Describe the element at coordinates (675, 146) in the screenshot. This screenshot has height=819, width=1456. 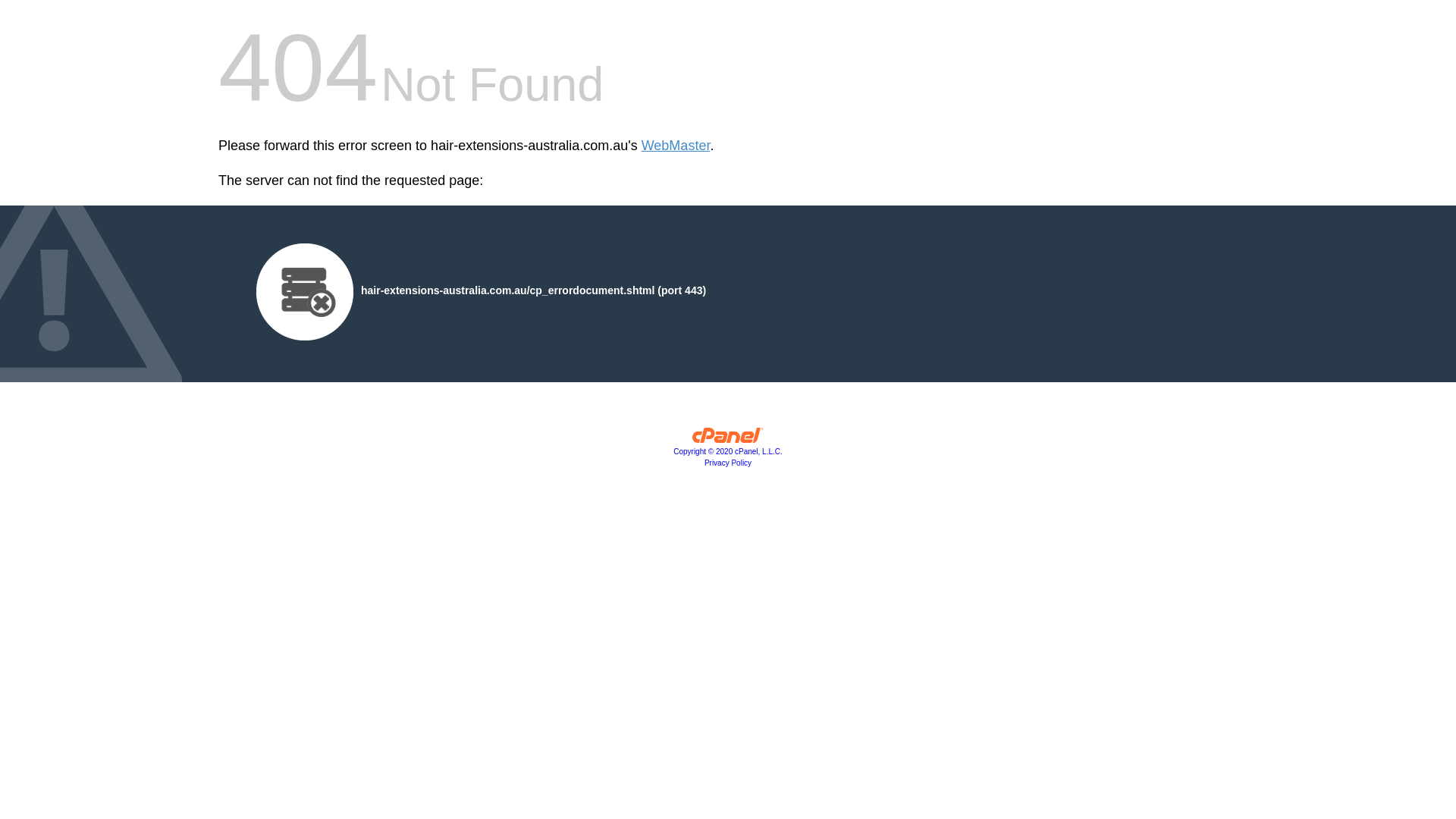
I see `'WebMaster'` at that location.